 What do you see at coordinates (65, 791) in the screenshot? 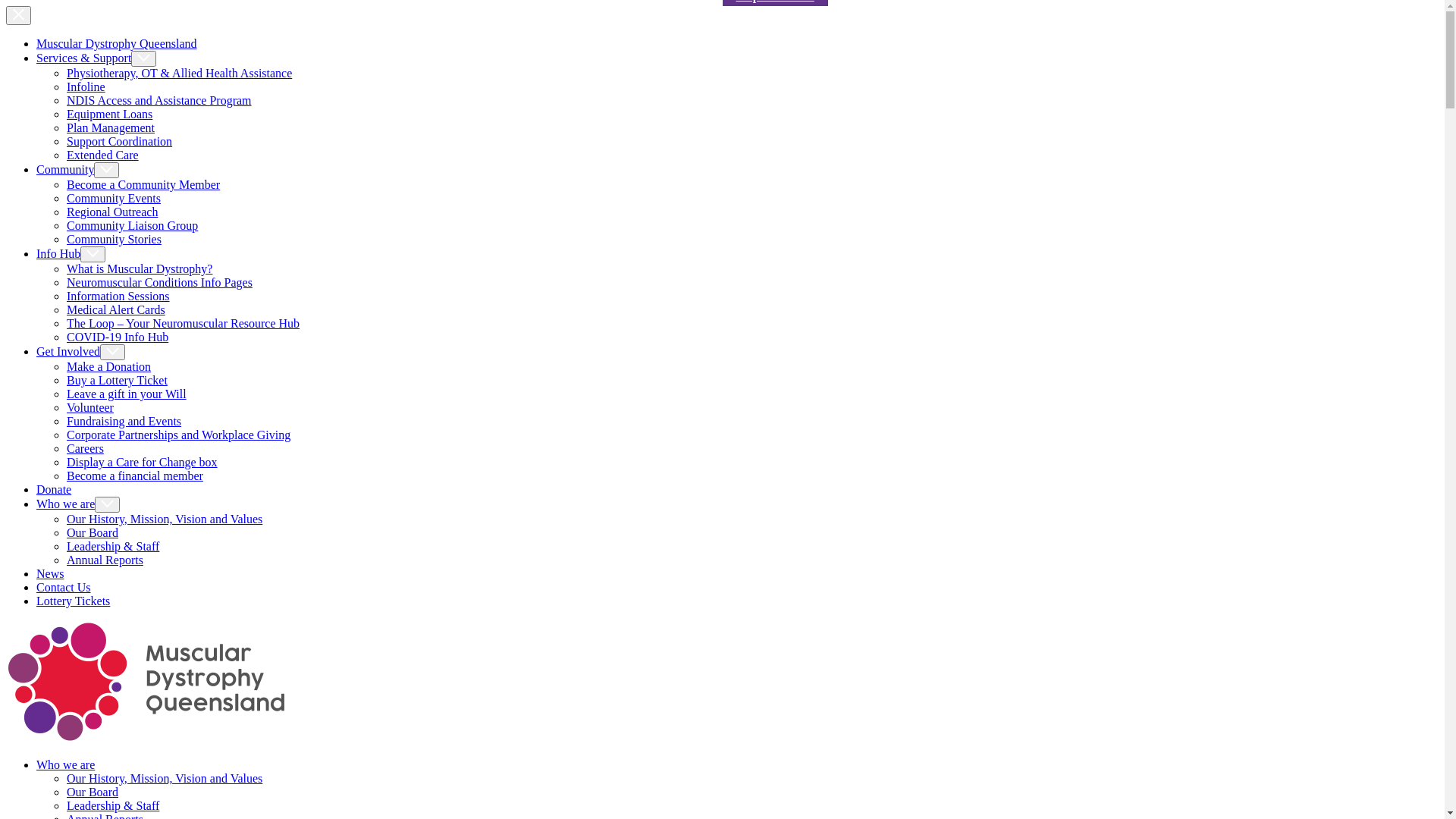
I see `'Our Board'` at bounding box center [65, 791].